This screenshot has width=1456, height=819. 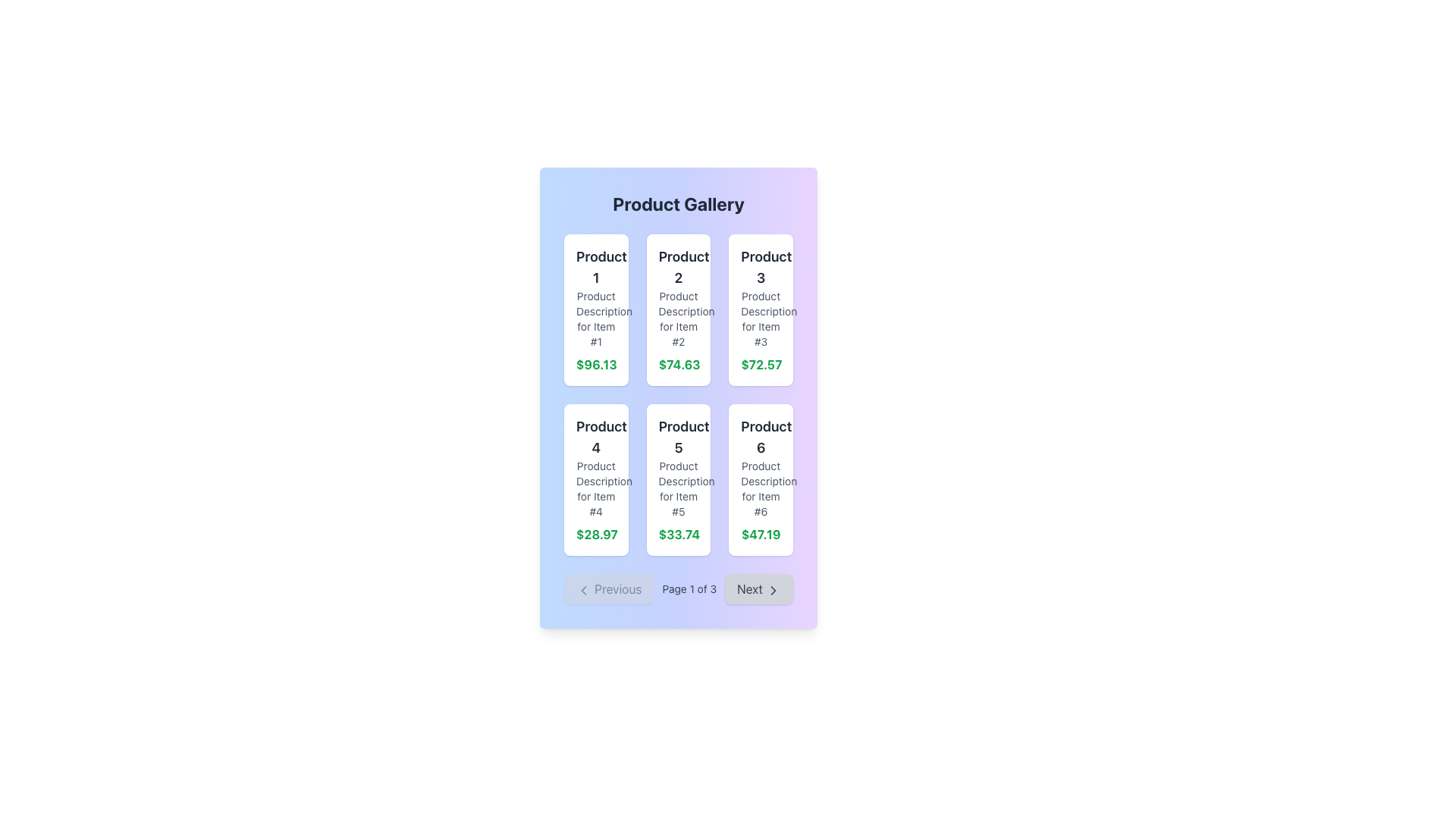 What do you see at coordinates (761, 365) in the screenshot?
I see `the text label displaying the price '$72.57' in bold green font located in the card for 'Product 3' in the product gallery` at bounding box center [761, 365].